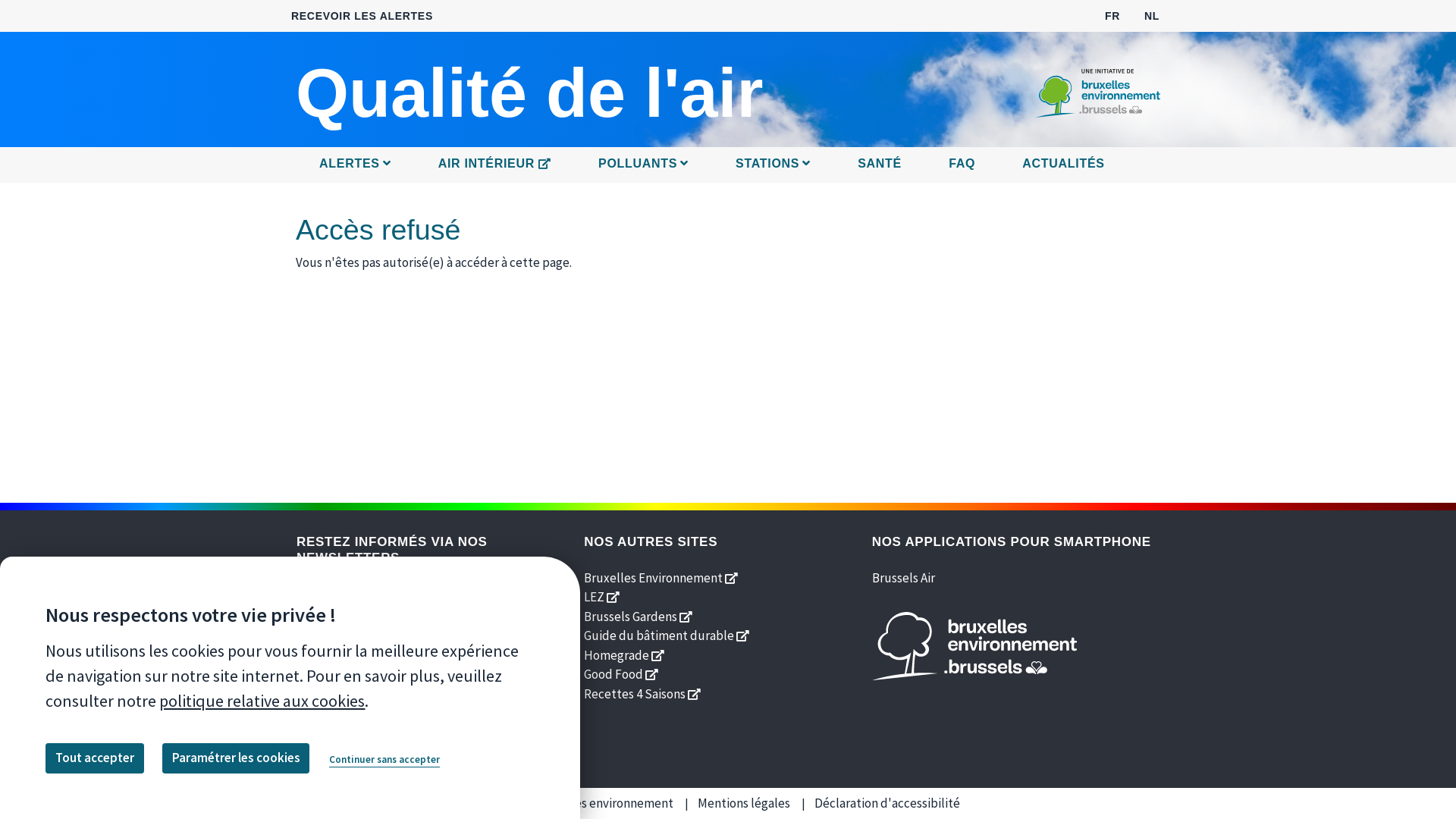  What do you see at coordinates (903, 576) in the screenshot?
I see `'Brussels Air'` at bounding box center [903, 576].